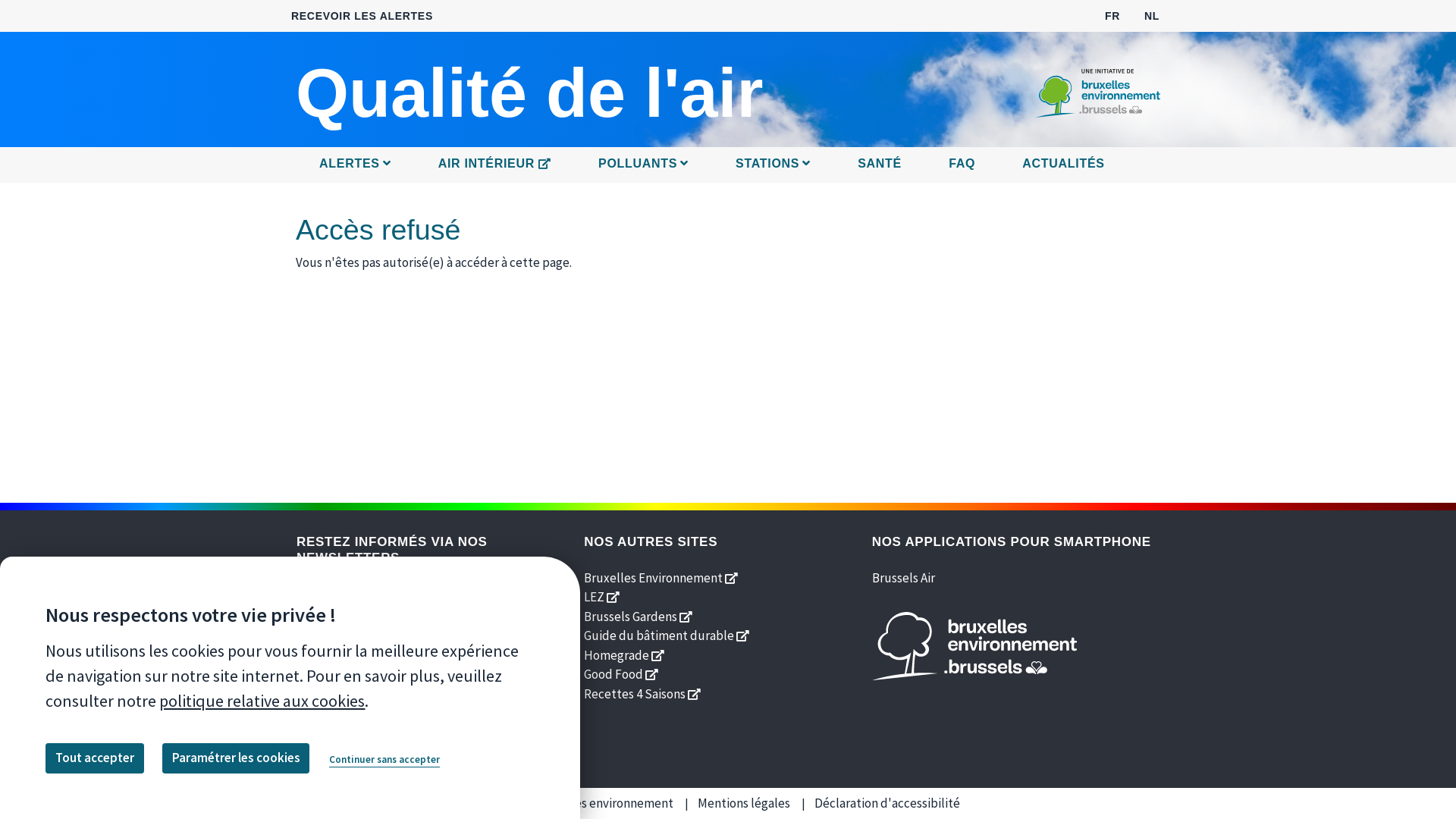  What do you see at coordinates (903, 576) in the screenshot?
I see `'Brussels Air'` at bounding box center [903, 576].